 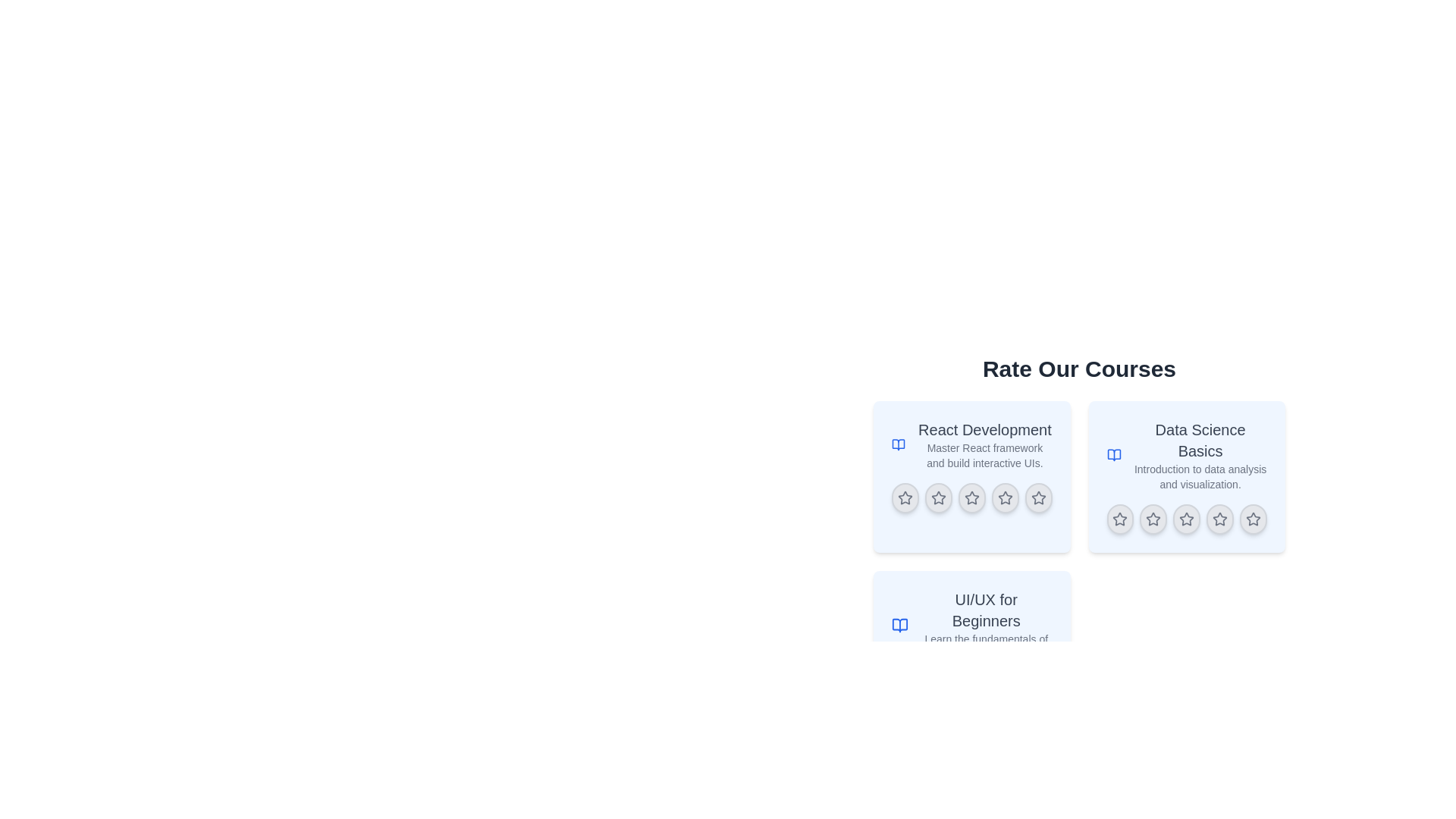 I want to click on the icon representing the course 'UI/UX for Beginners', located to the left of the course title and description, which visually indicates course content related to books or design fundamentals, so click(x=899, y=626).